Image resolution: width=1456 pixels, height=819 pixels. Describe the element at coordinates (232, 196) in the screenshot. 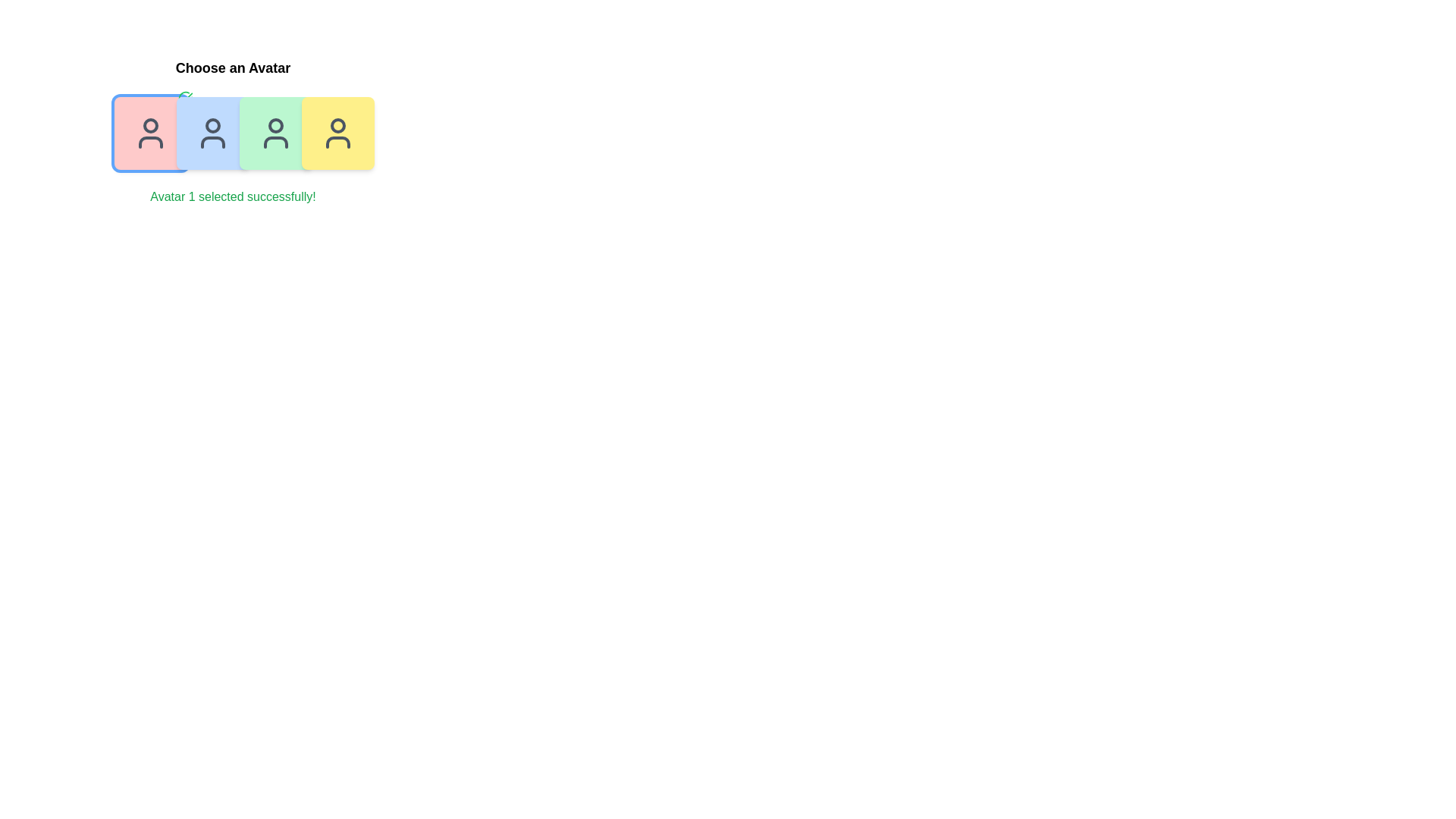

I see `the Feedback Notification Text that reads 'Avatar 1 selected successfully!' displayed in green font, located beneath the avatar grid` at that location.